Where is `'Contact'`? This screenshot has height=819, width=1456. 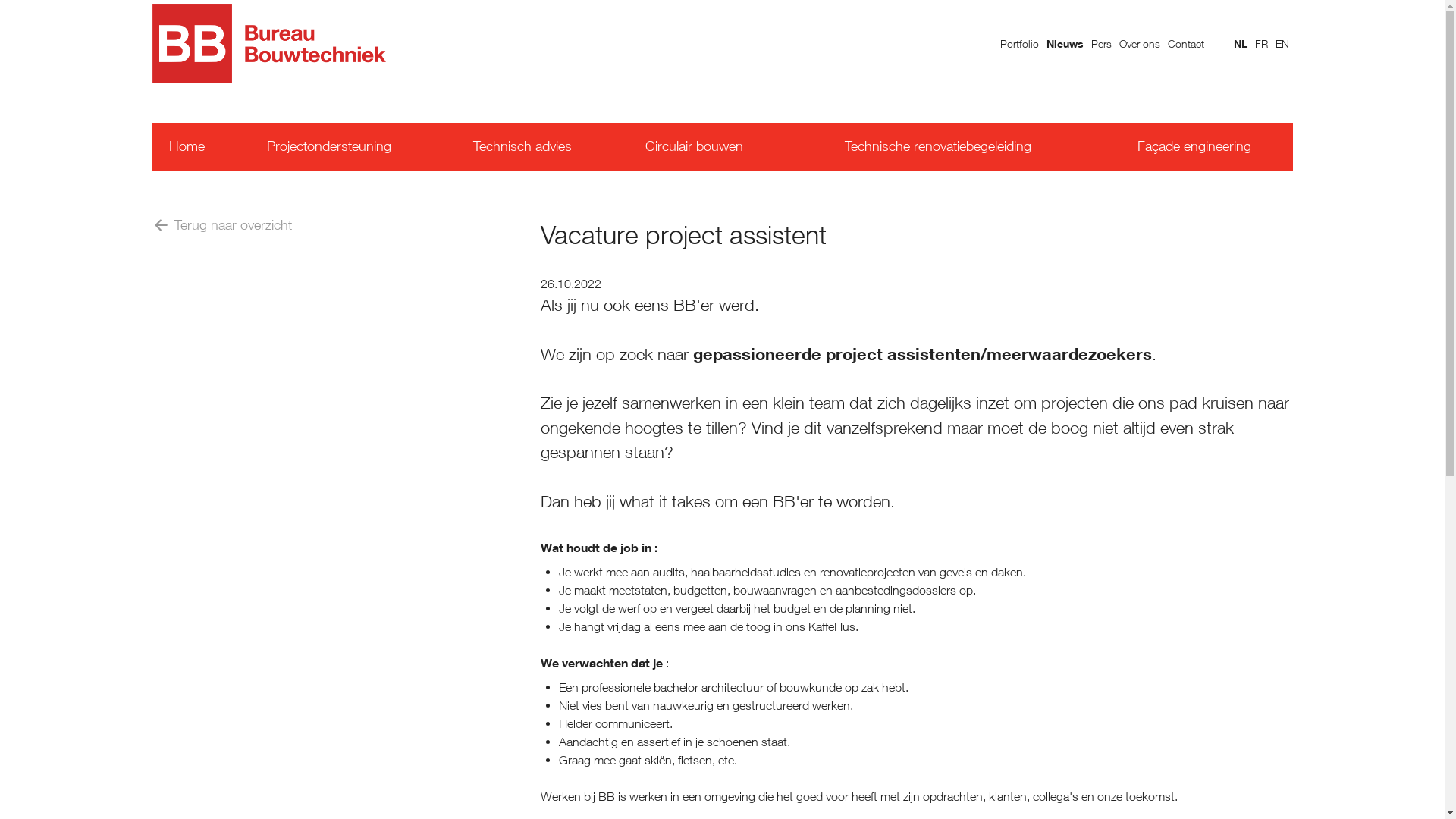 'Contact' is located at coordinates (1185, 42).